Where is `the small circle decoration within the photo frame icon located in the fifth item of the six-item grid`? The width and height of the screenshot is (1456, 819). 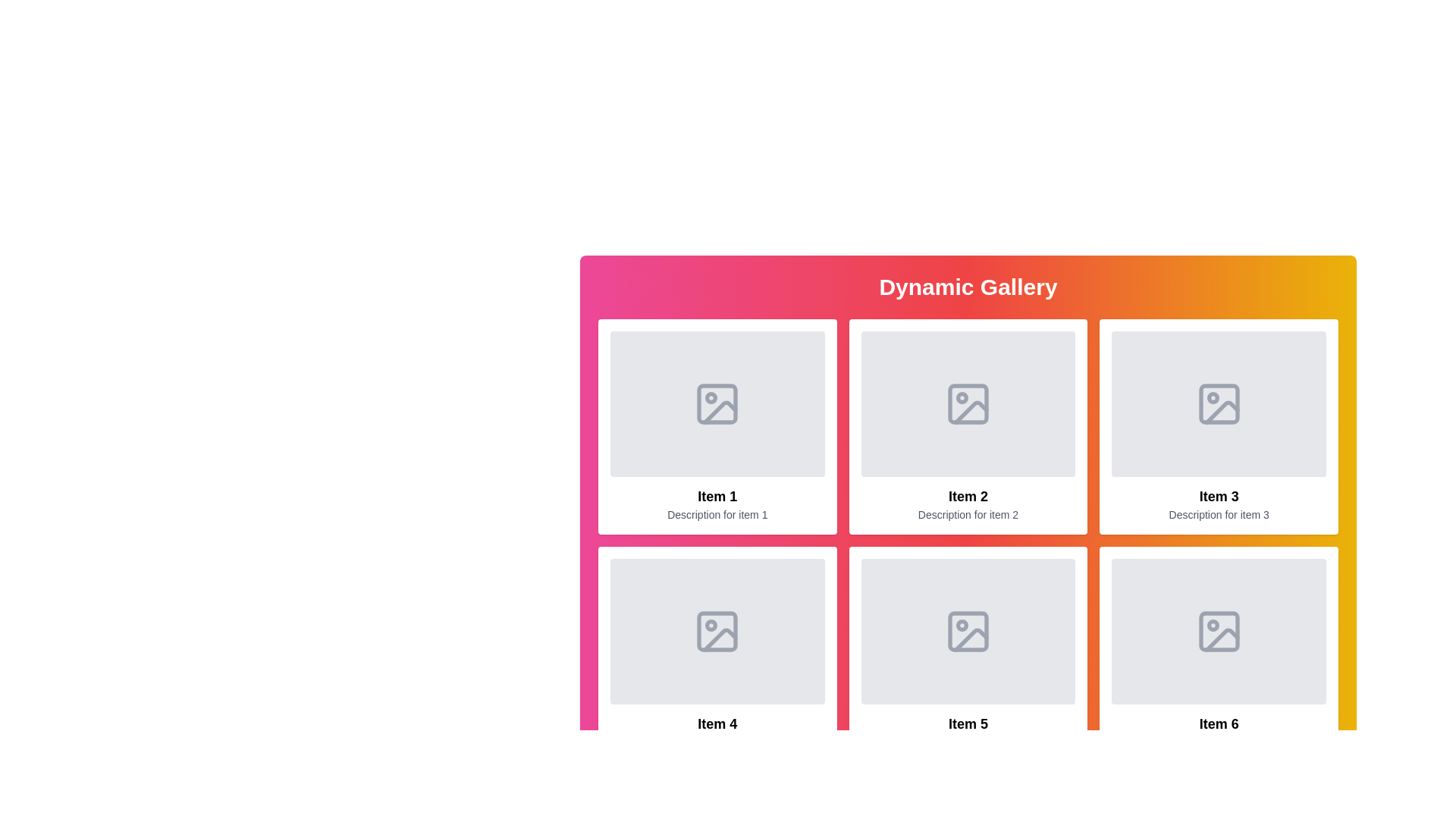
the small circle decoration within the photo frame icon located in the fifth item of the six-item grid is located at coordinates (961, 626).